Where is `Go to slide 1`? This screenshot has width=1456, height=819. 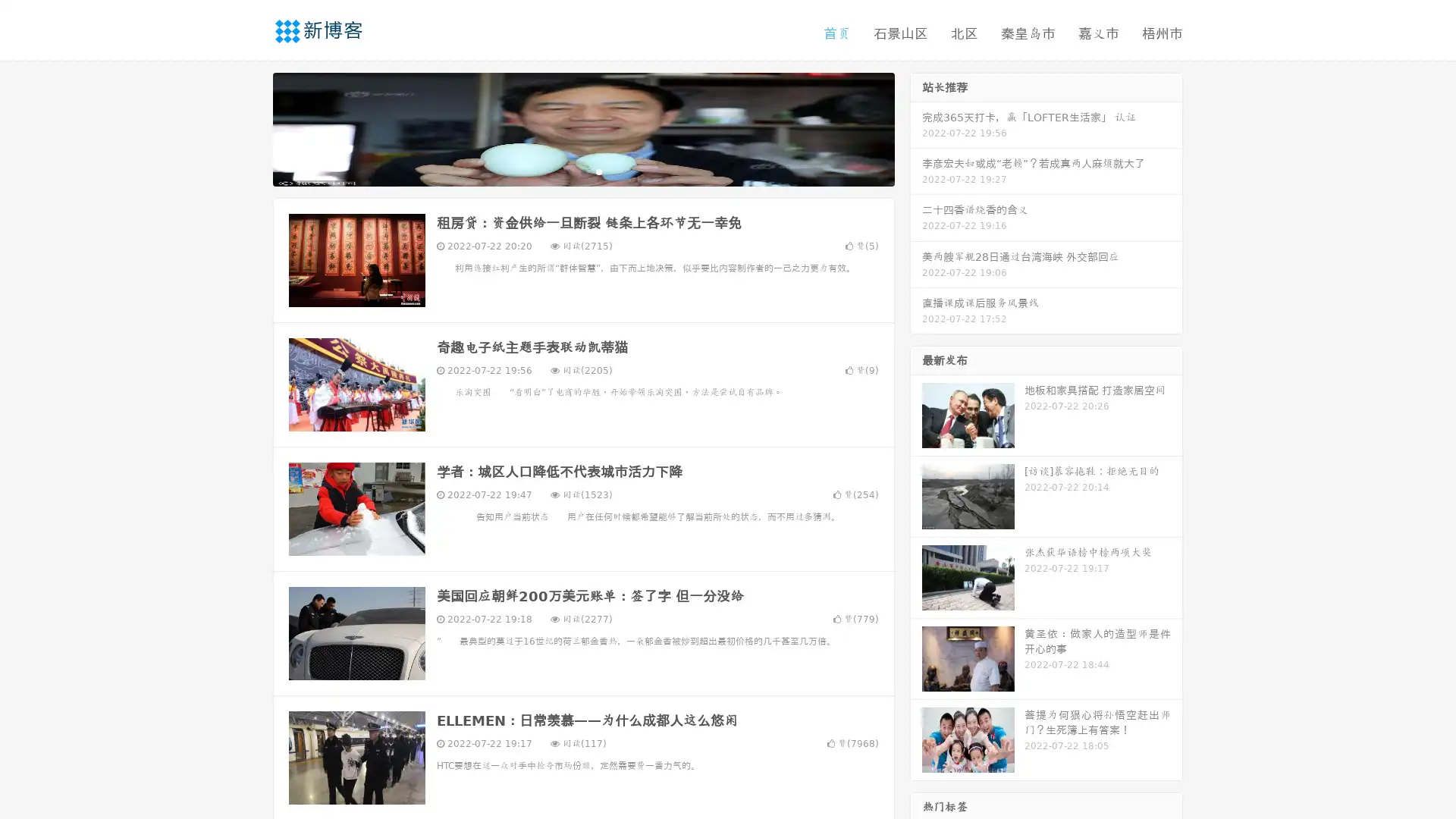
Go to slide 1 is located at coordinates (567, 171).